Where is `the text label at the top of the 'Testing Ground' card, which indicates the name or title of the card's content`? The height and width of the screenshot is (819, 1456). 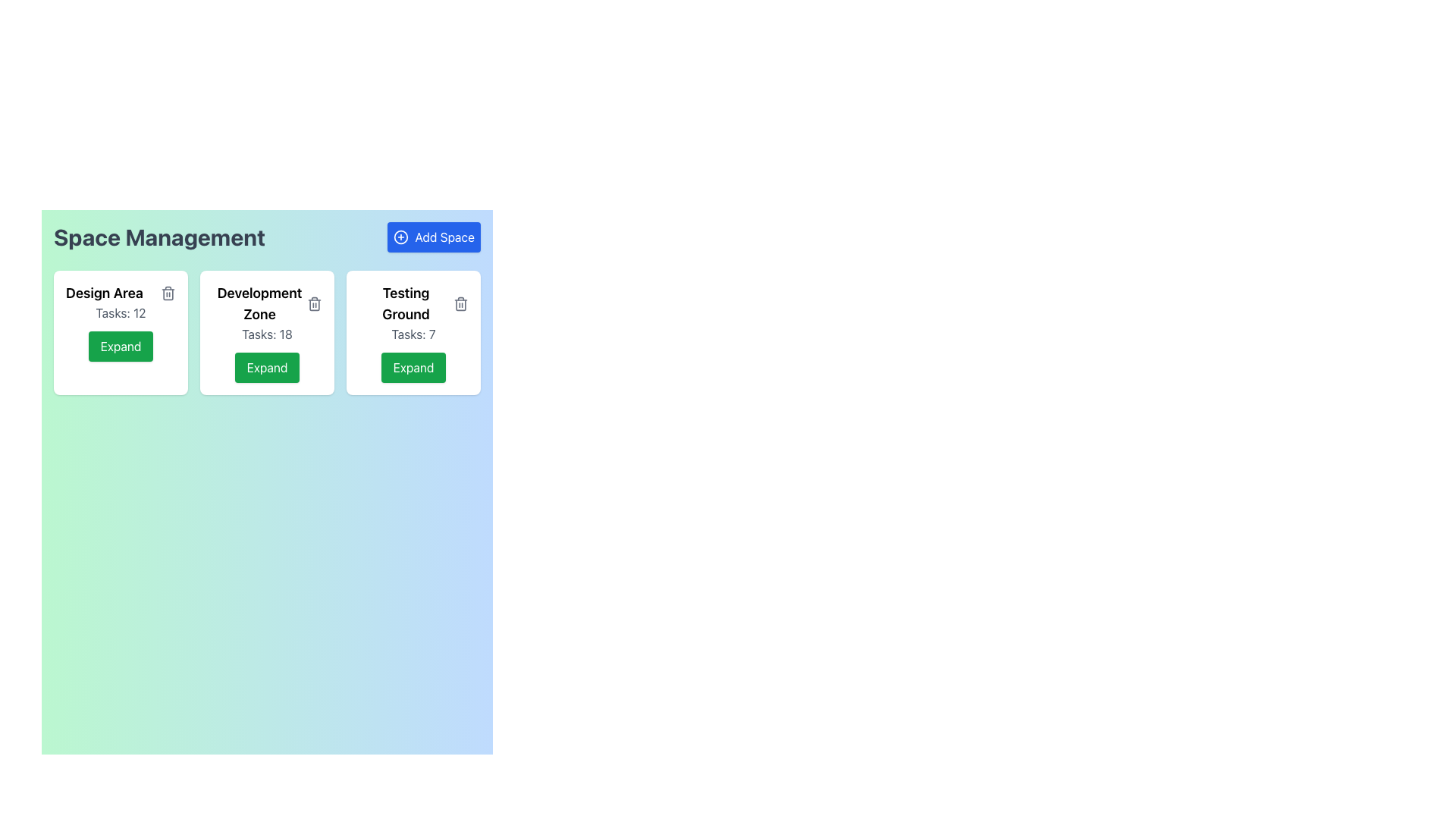 the text label at the top of the 'Testing Ground' card, which indicates the name or title of the card's content is located at coordinates (413, 304).